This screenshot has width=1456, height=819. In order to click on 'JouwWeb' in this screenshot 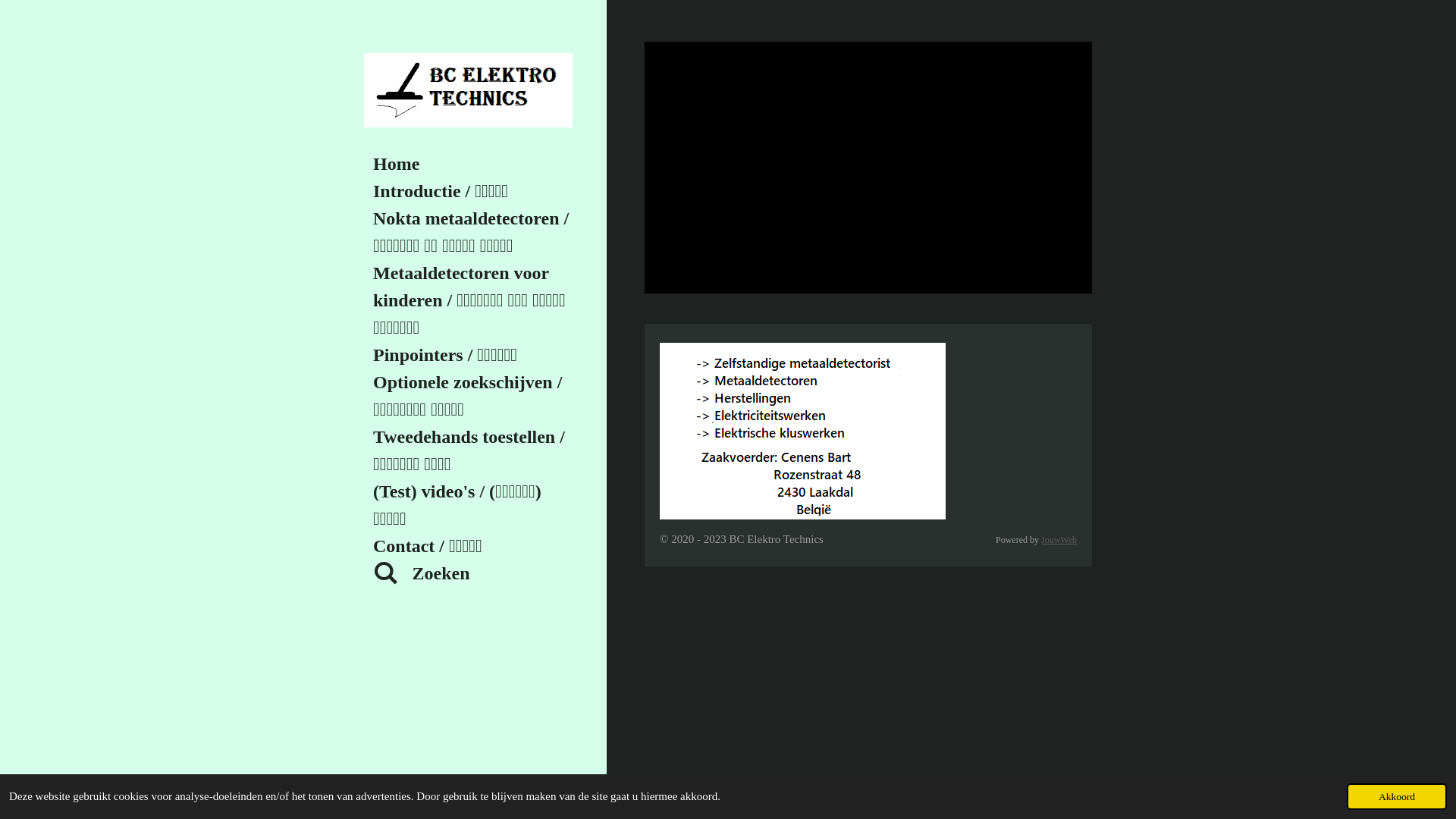, I will do `click(1040, 539)`.